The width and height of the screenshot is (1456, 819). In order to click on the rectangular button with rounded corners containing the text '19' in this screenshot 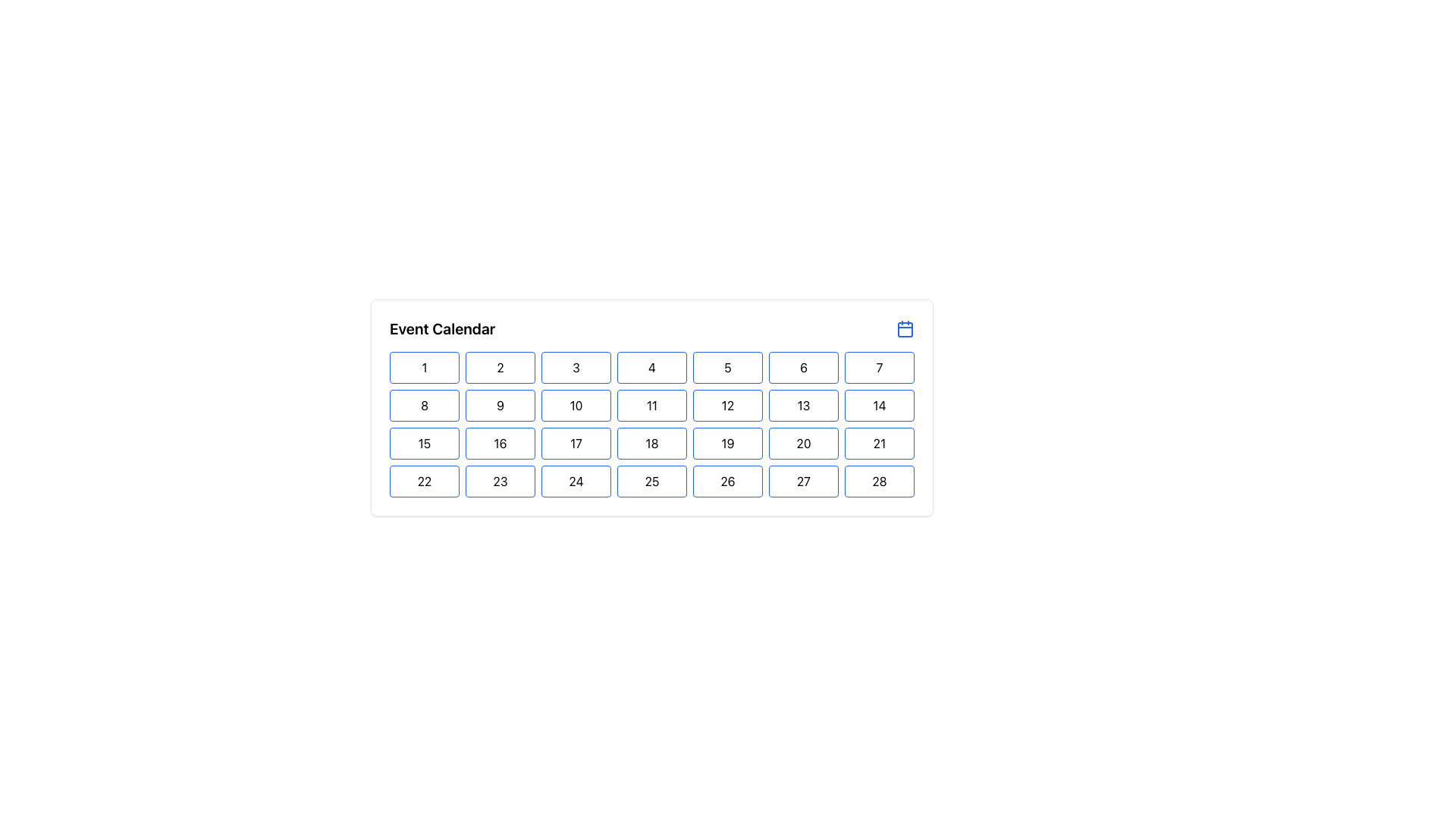, I will do `click(728, 444)`.